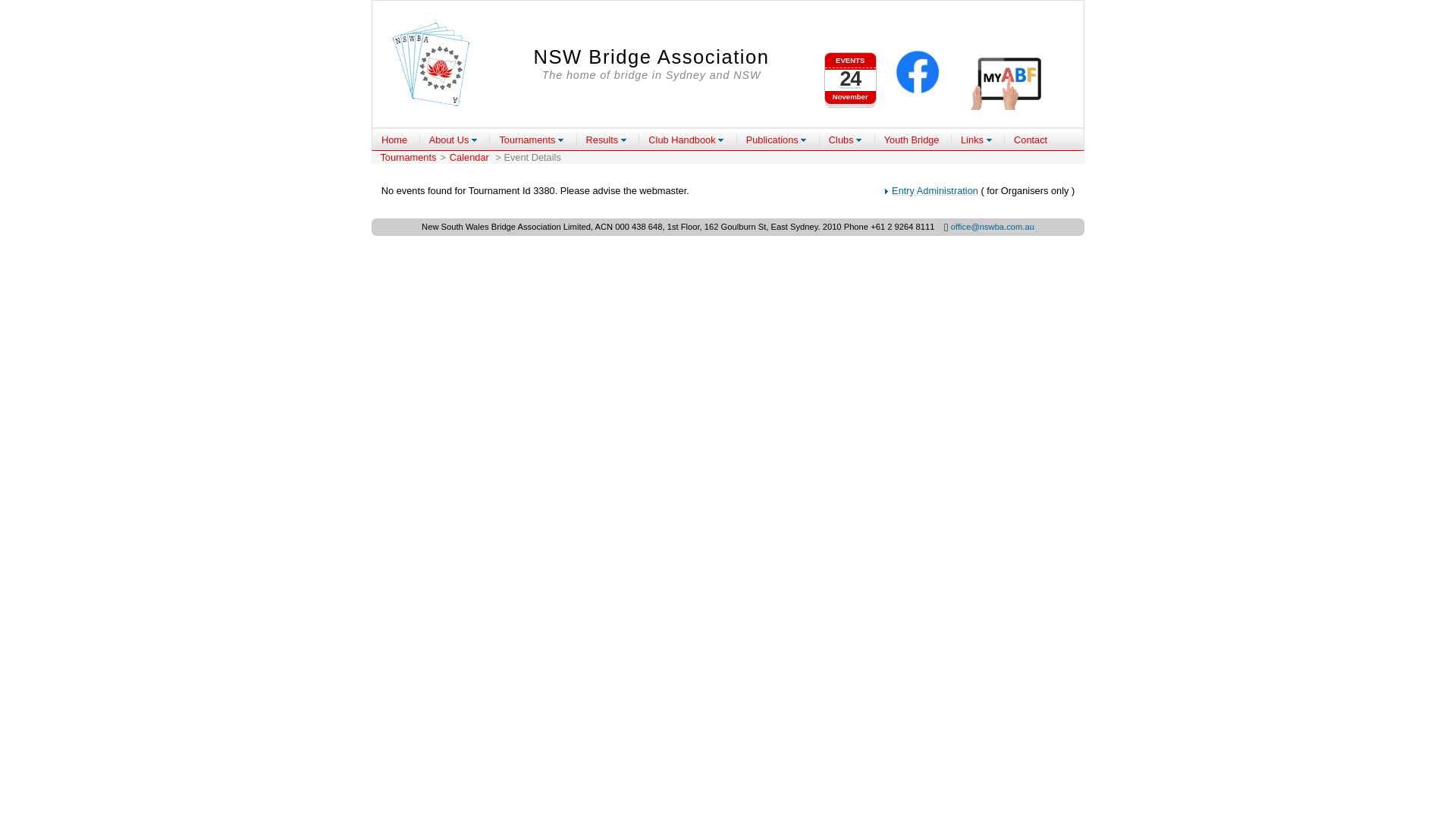 Image resolution: width=1456 pixels, height=819 pixels. Describe the element at coordinates (850, 72) in the screenshot. I see `'EVENTS` at that location.